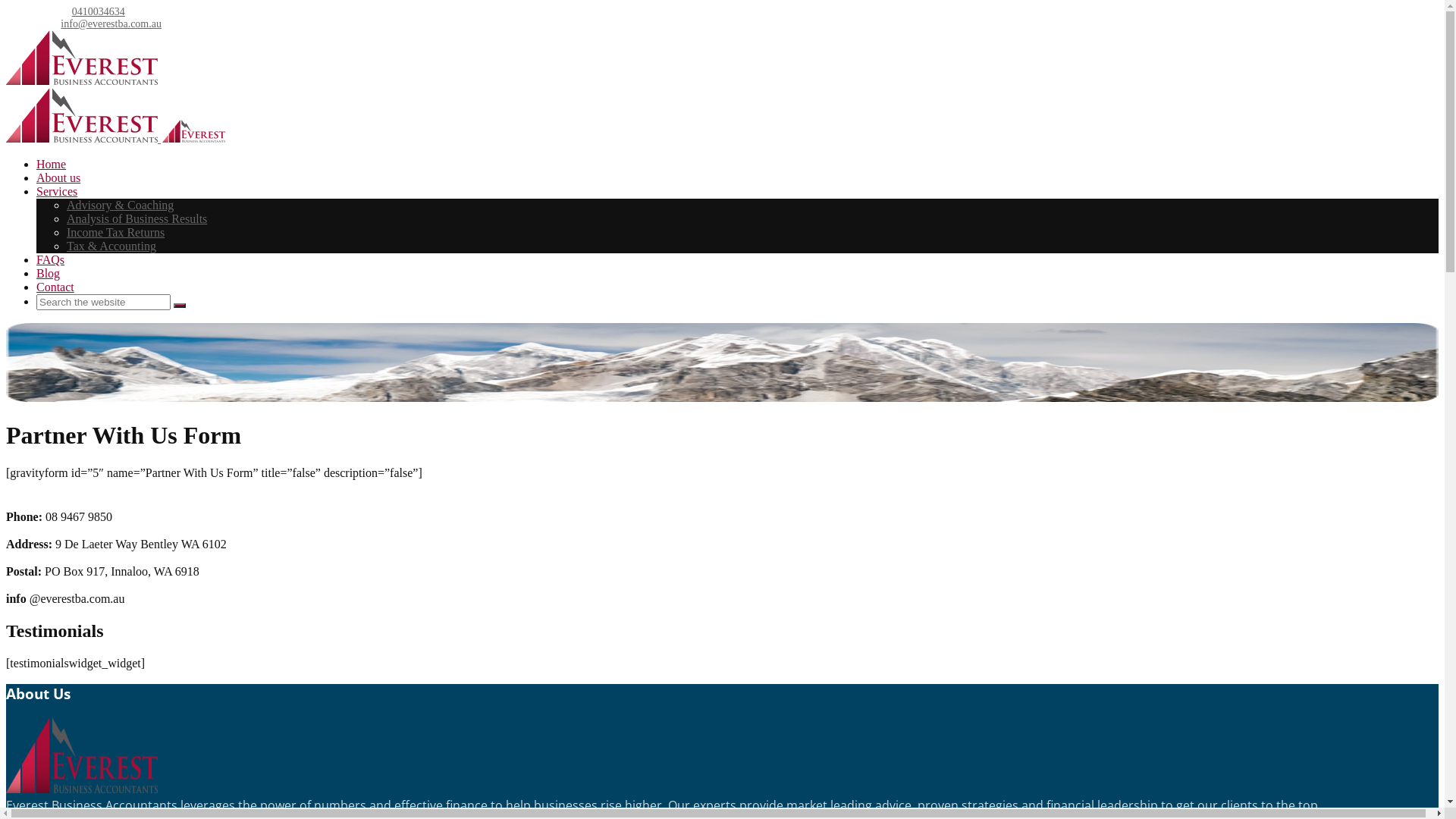 Image resolution: width=1456 pixels, height=819 pixels. I want to click on 'FAQs', so click(36, 259).